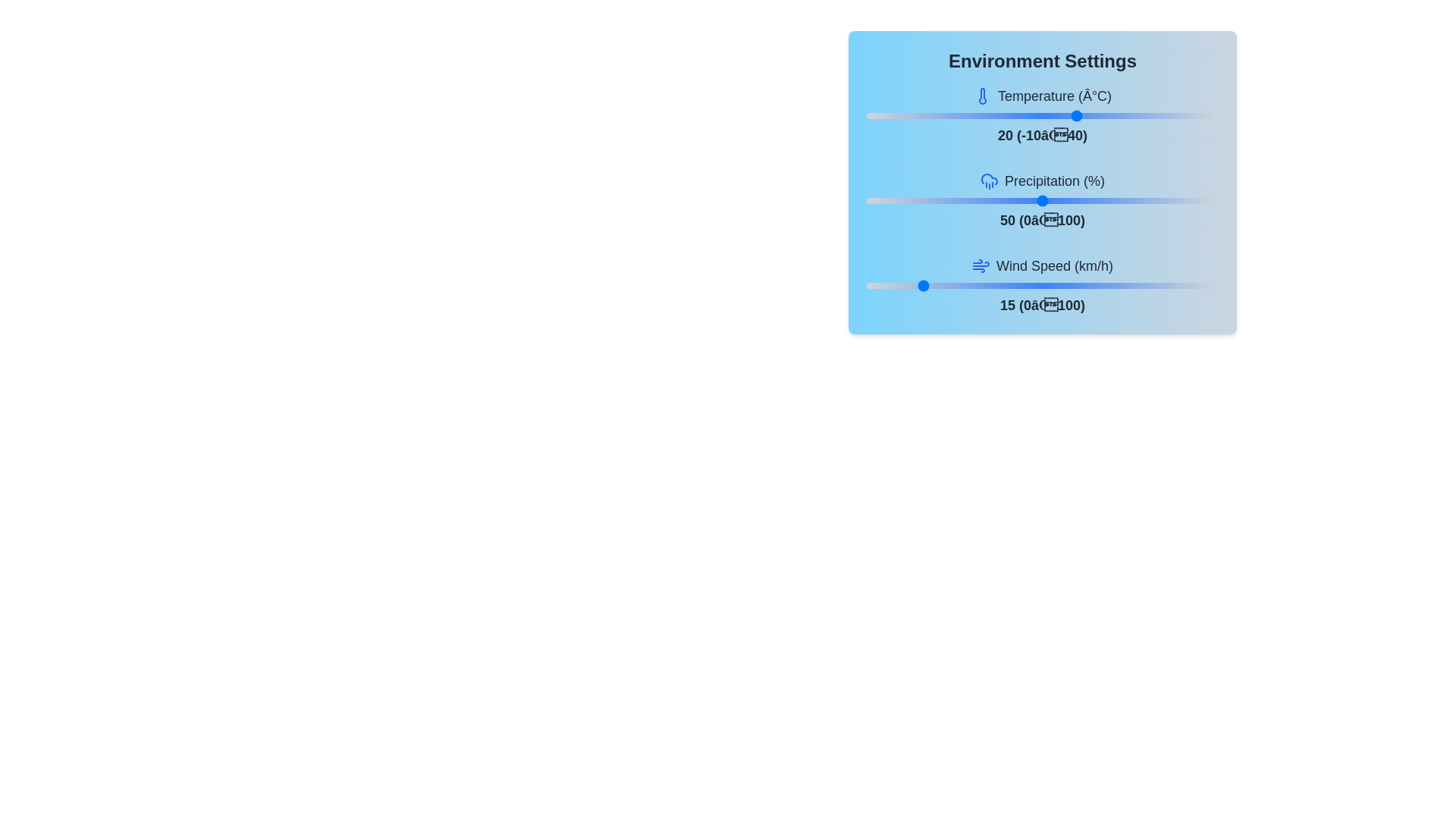  Describe the element at coordinates (1106, 115) in the screenshot. I see `the temperature` at that location.